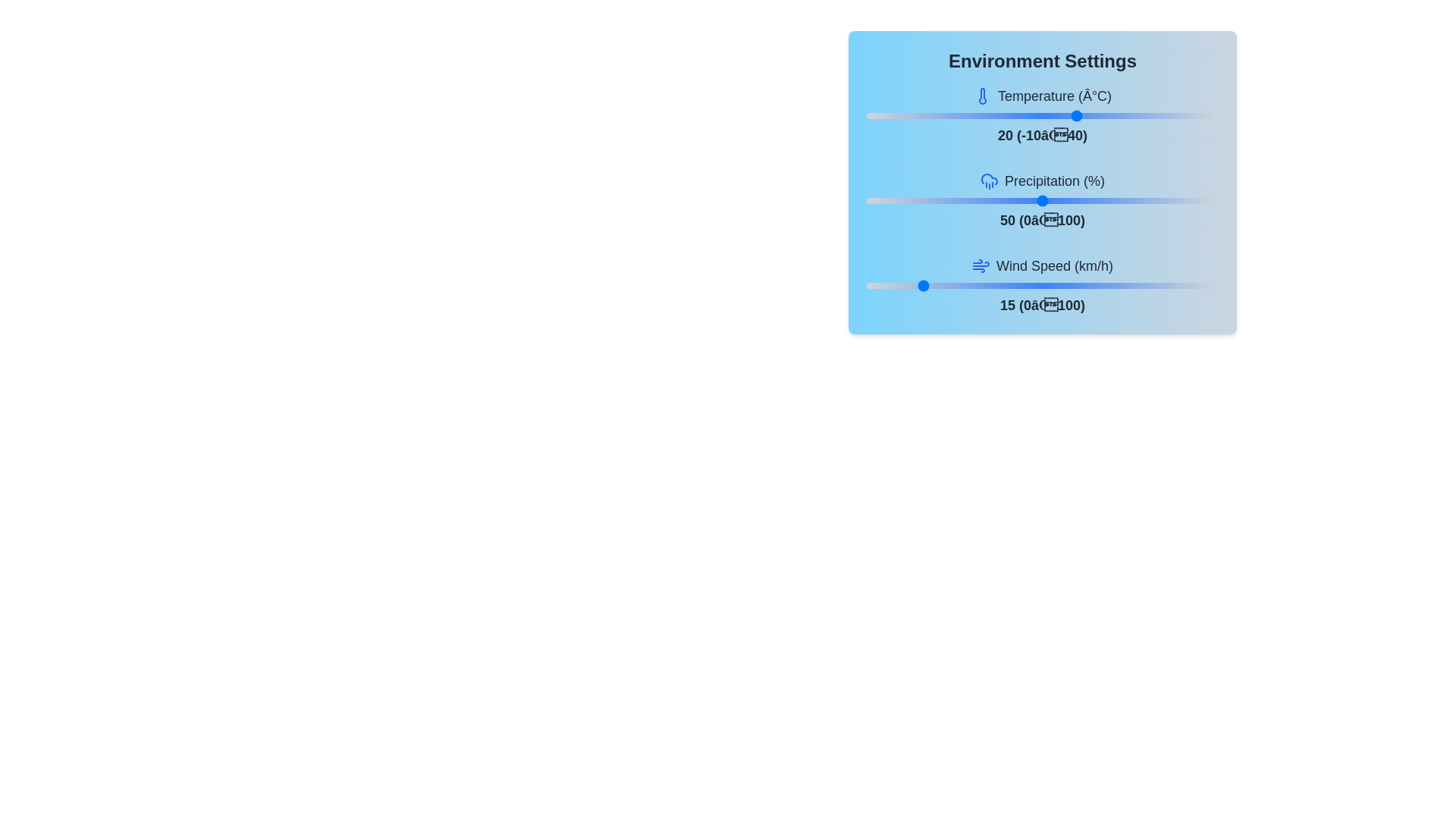  Describe the element at coordinates (1106, 115) in the screenshot. I see `the temperature` at that location.